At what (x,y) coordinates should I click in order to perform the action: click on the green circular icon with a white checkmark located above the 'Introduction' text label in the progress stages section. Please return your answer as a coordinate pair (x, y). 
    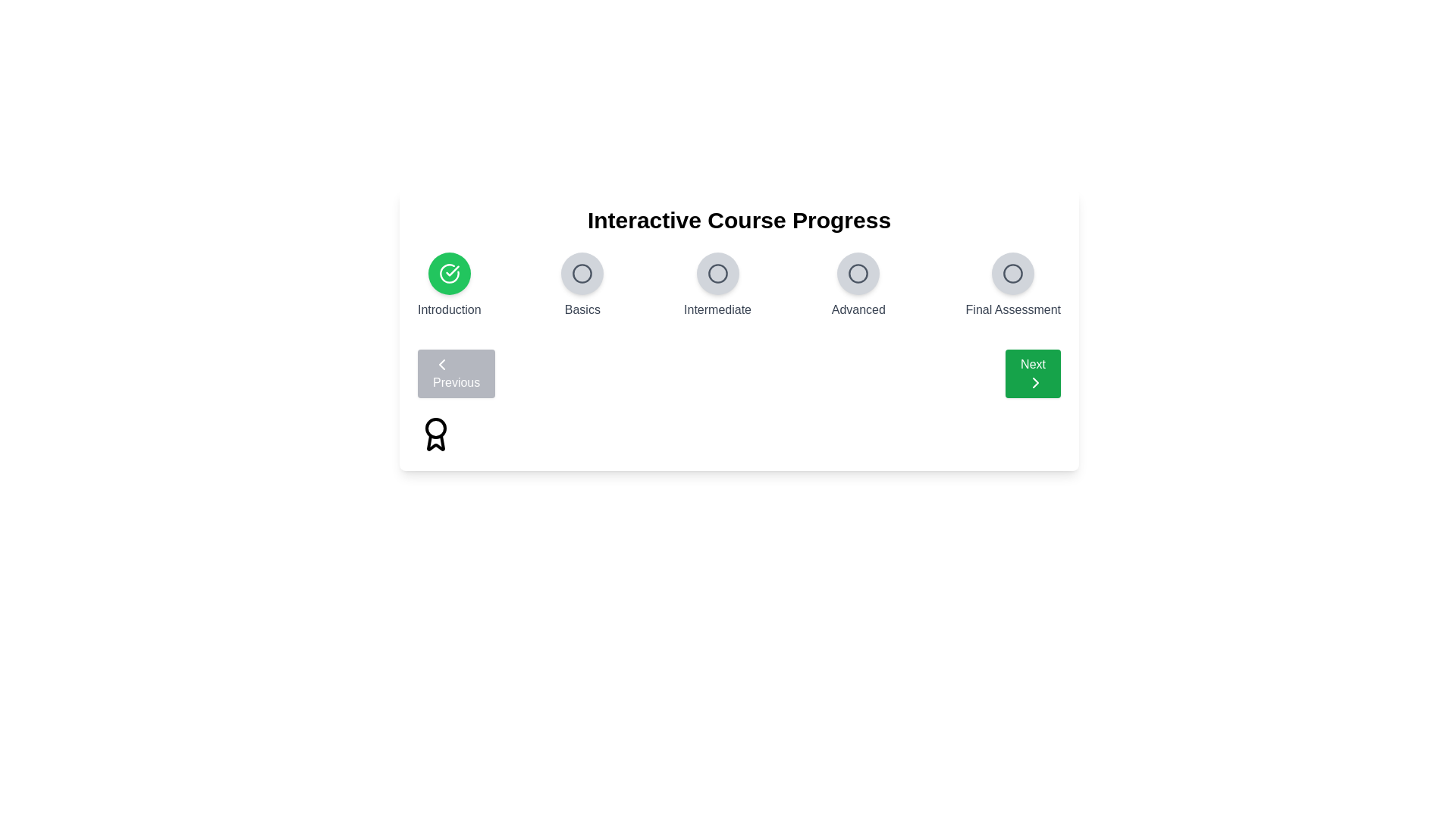
    Looking at the image, I should click on (448, 274).